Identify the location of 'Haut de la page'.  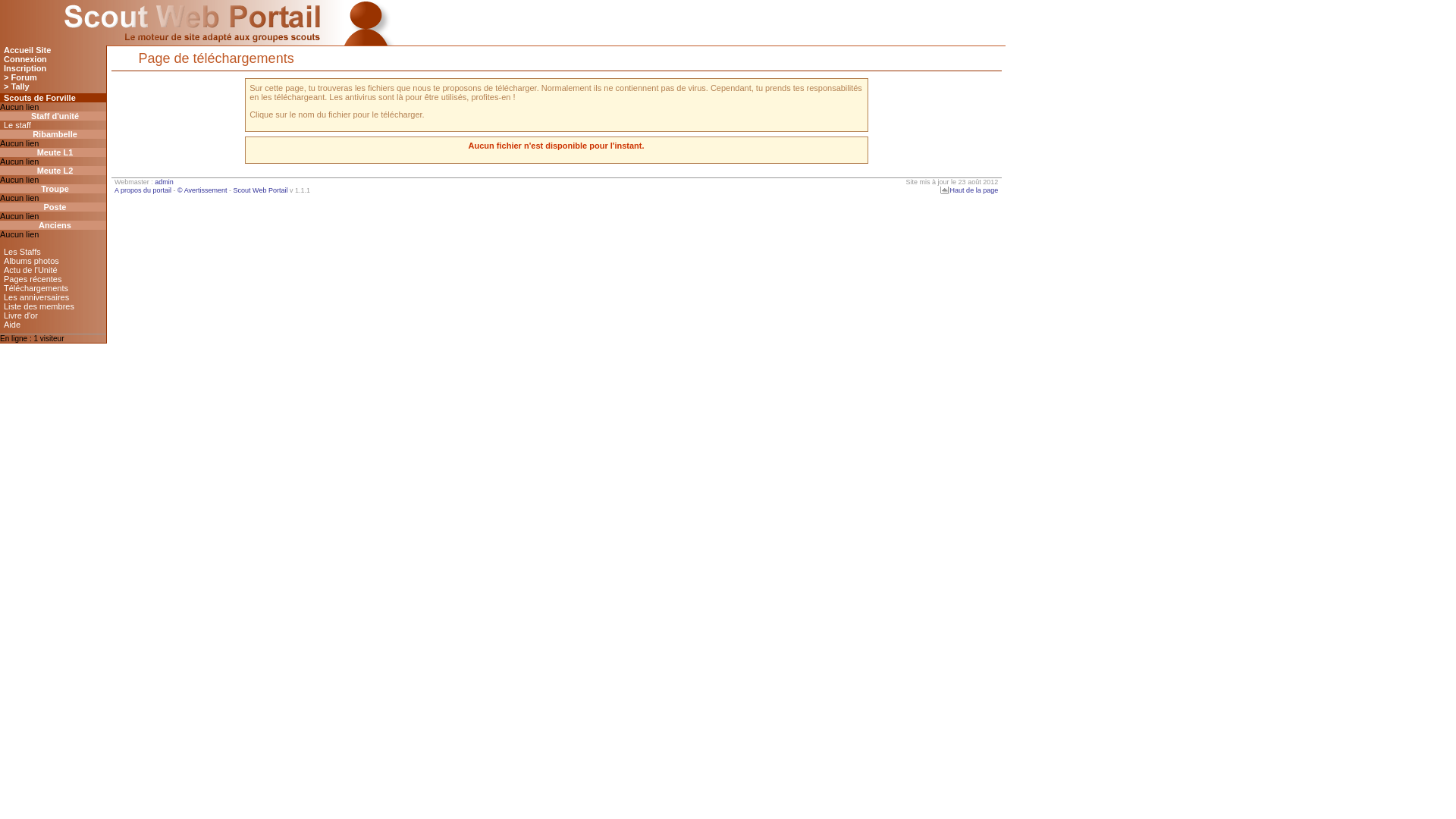
(935, 189).